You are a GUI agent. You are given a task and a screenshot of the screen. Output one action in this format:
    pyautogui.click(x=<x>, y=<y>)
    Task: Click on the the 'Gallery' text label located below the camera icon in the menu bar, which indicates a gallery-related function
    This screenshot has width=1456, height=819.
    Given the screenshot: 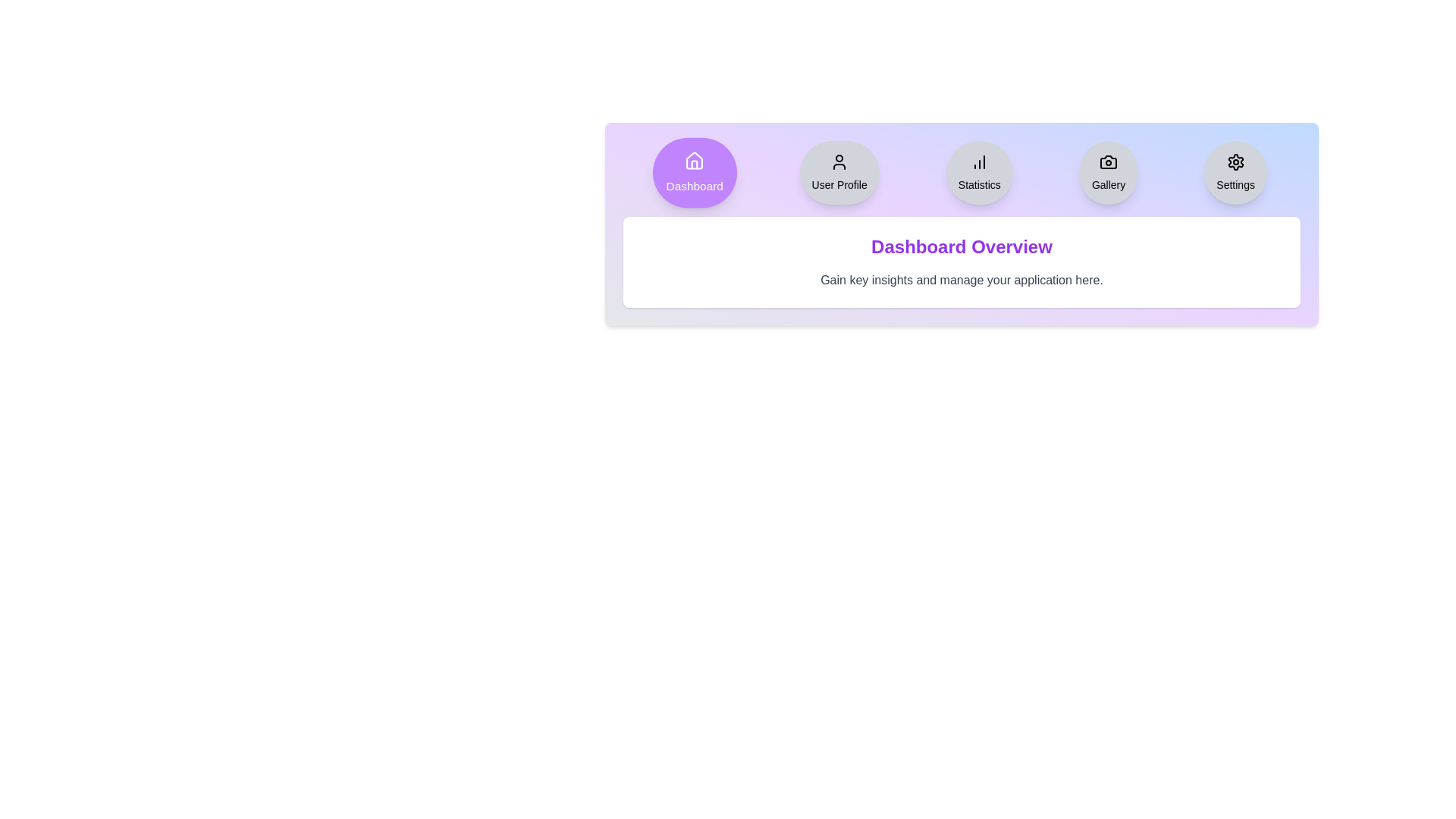 What is the action you would take?
    pyautogui.click(x=1109, y=184)
    